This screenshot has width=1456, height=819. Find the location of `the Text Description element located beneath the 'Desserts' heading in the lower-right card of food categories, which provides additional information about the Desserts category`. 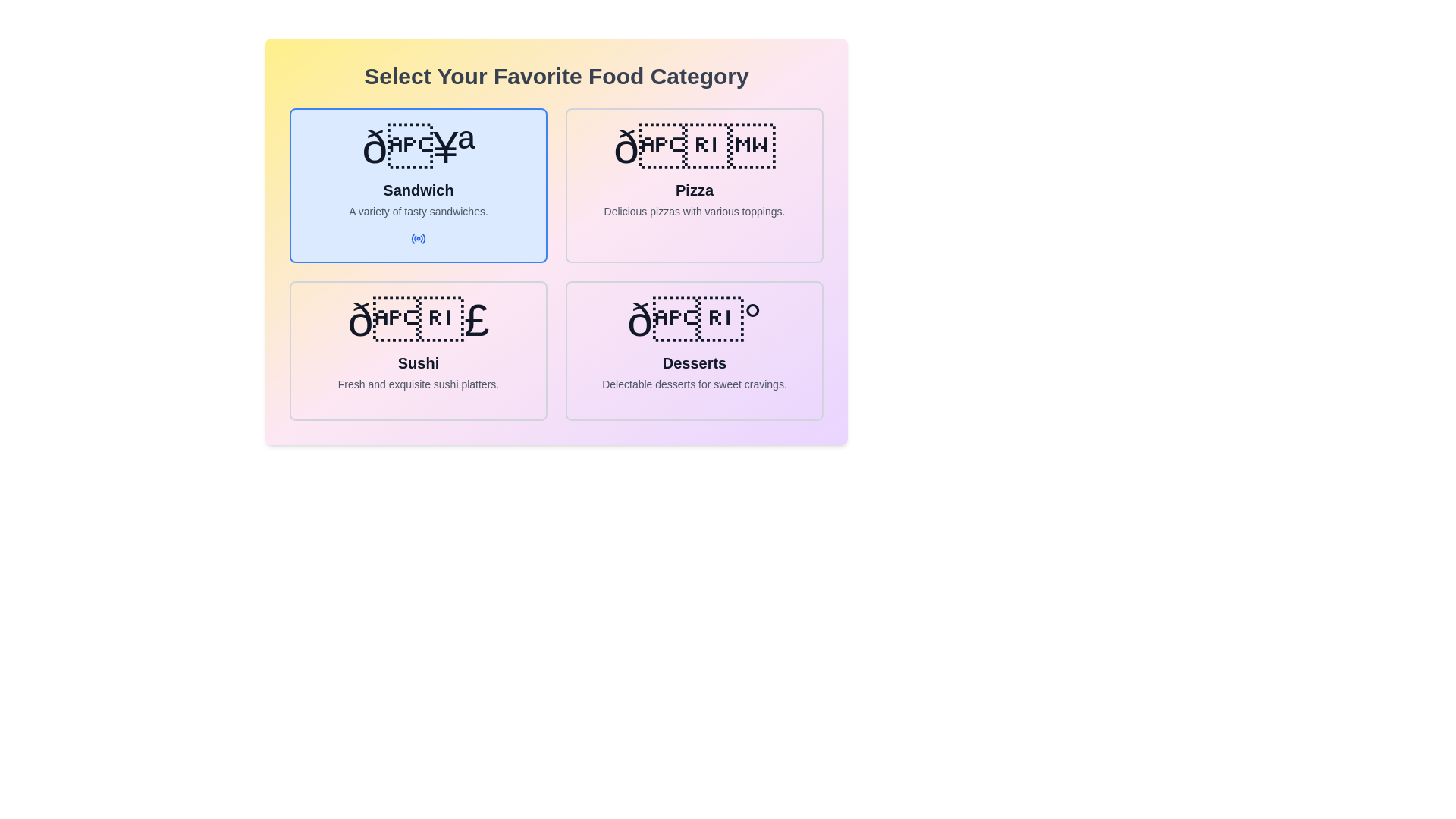

the Text Description element located beneath the 'Desserts' heading in the lower-right card of food categories, which provides additional information about the Desserts category is located at coordinates (694, 383).